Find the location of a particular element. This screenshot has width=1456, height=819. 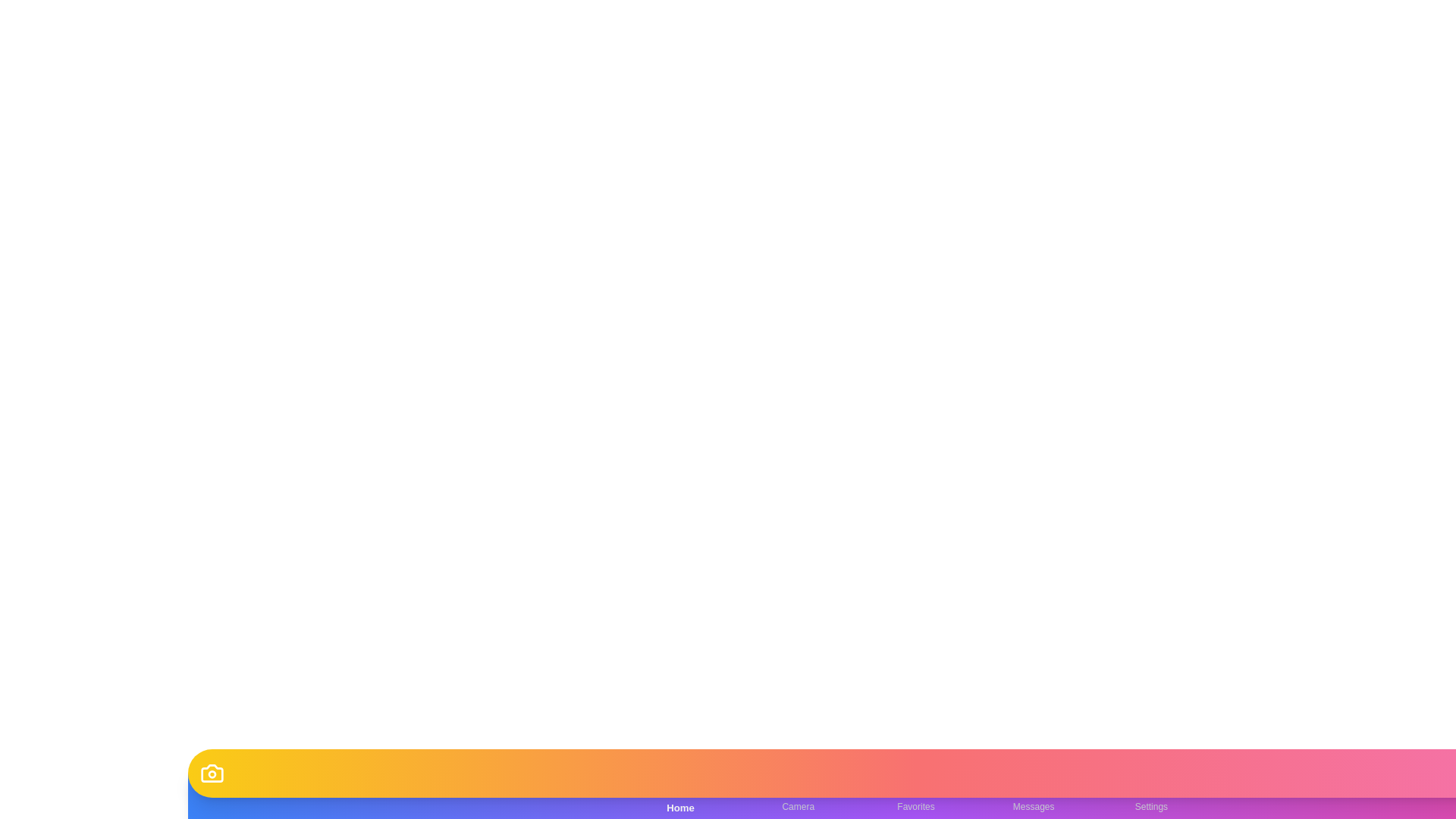

the Messages button to observe its hover effect is located at coordinates (1033, 795).